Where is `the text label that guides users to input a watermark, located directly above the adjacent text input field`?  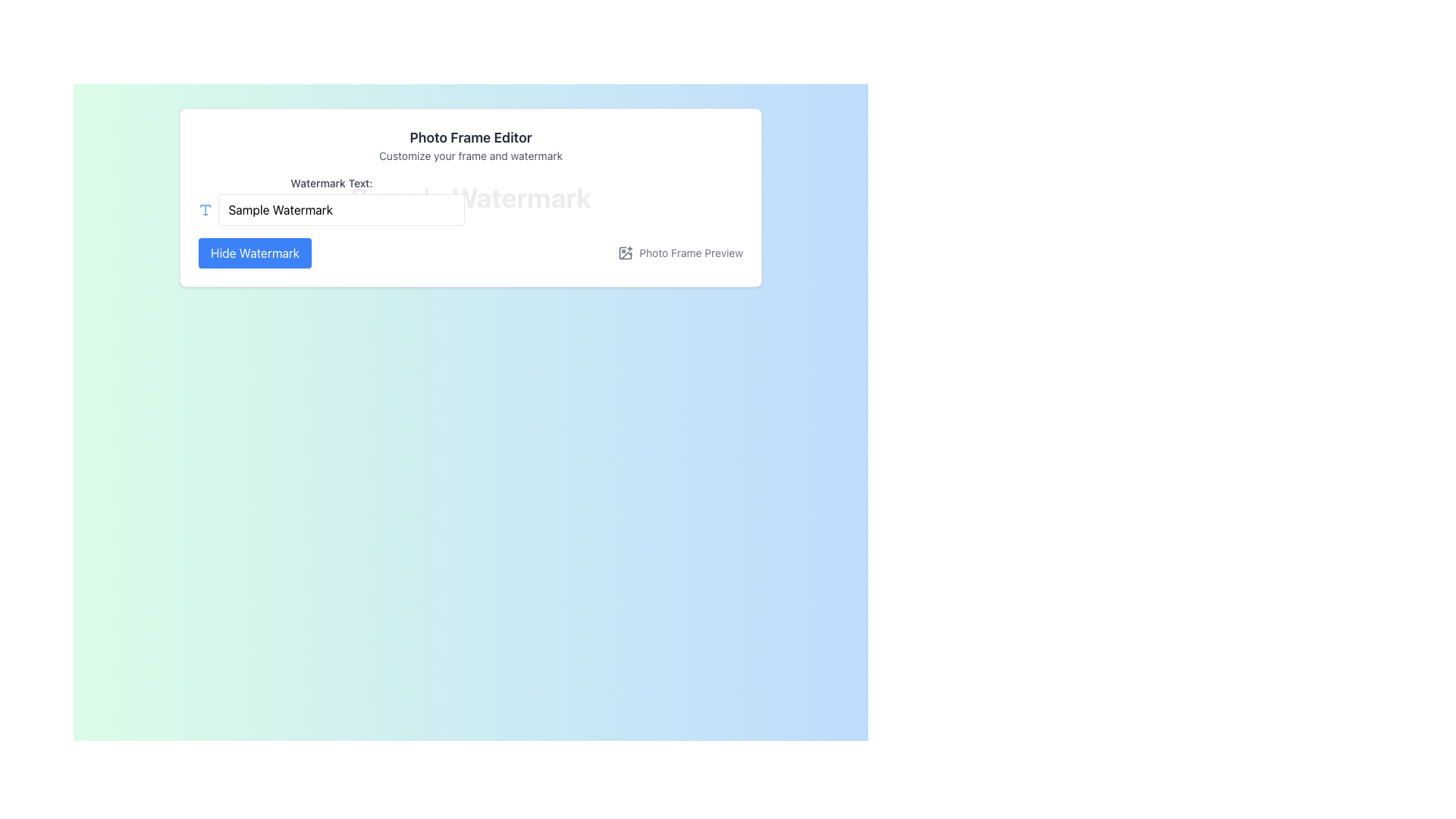
the text label that guides users to input a watermark, located directly above the adjacent text input field is located at coordinates (331, 183).